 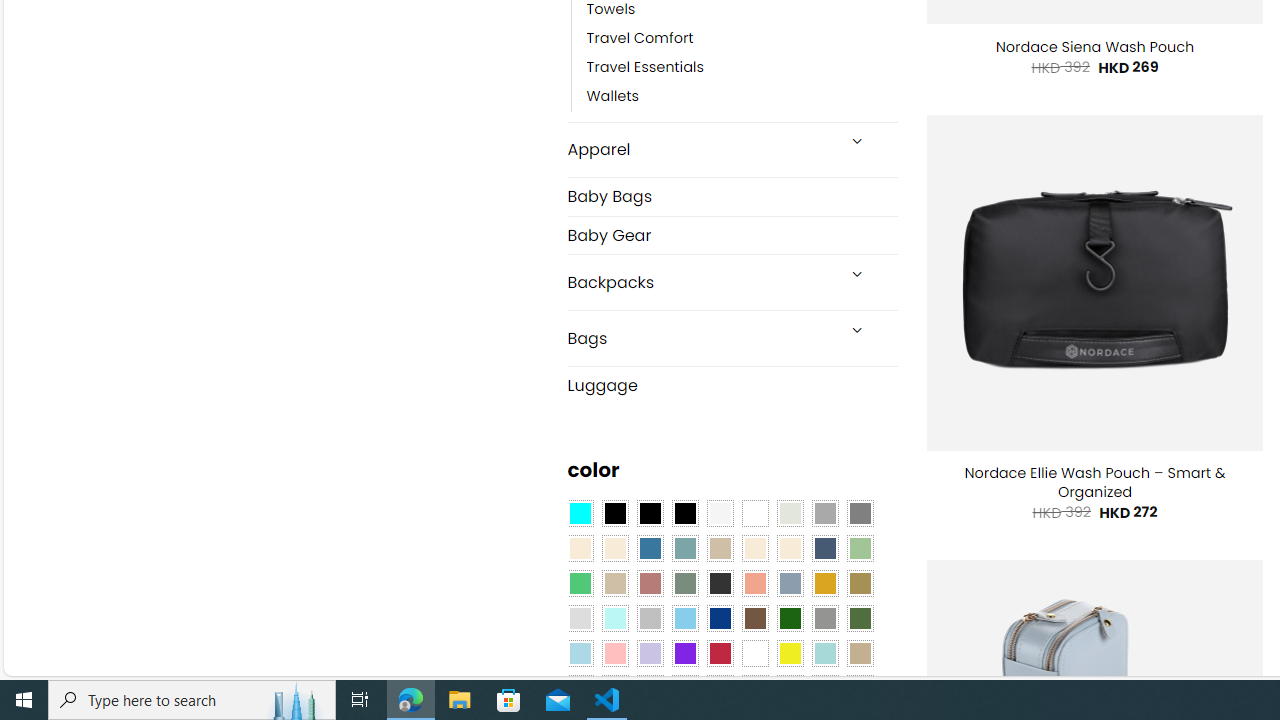 What do you see at coordinates (860, 513) in the screenshot?
I see `'All Gray'` at bounding box center [860, 513].